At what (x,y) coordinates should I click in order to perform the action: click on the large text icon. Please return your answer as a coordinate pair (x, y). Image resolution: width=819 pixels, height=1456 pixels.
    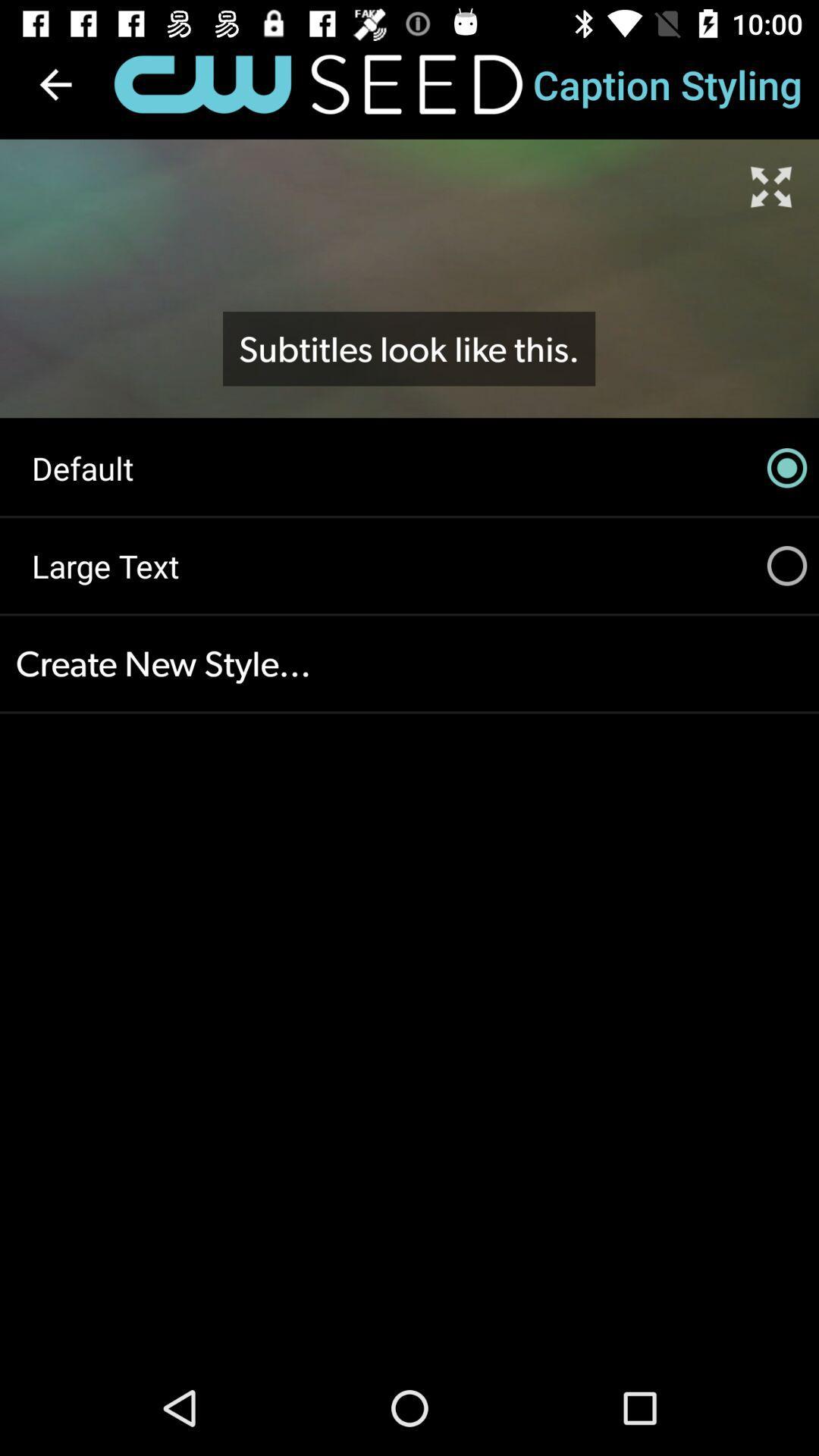
    Looking at the image, I should click on (409, 565).